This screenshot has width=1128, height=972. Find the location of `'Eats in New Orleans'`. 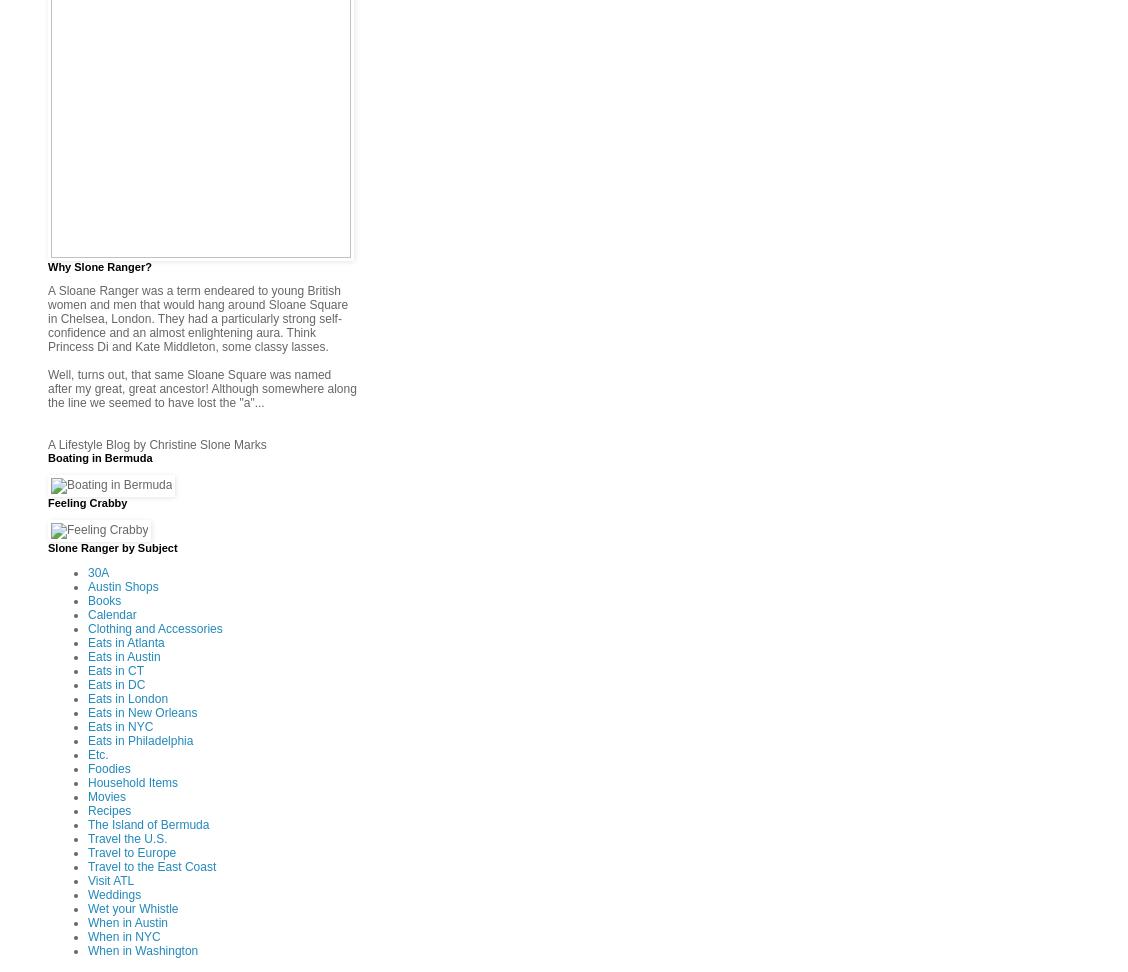

'Eats in New Orleans' is located at coordinates (141, 710).